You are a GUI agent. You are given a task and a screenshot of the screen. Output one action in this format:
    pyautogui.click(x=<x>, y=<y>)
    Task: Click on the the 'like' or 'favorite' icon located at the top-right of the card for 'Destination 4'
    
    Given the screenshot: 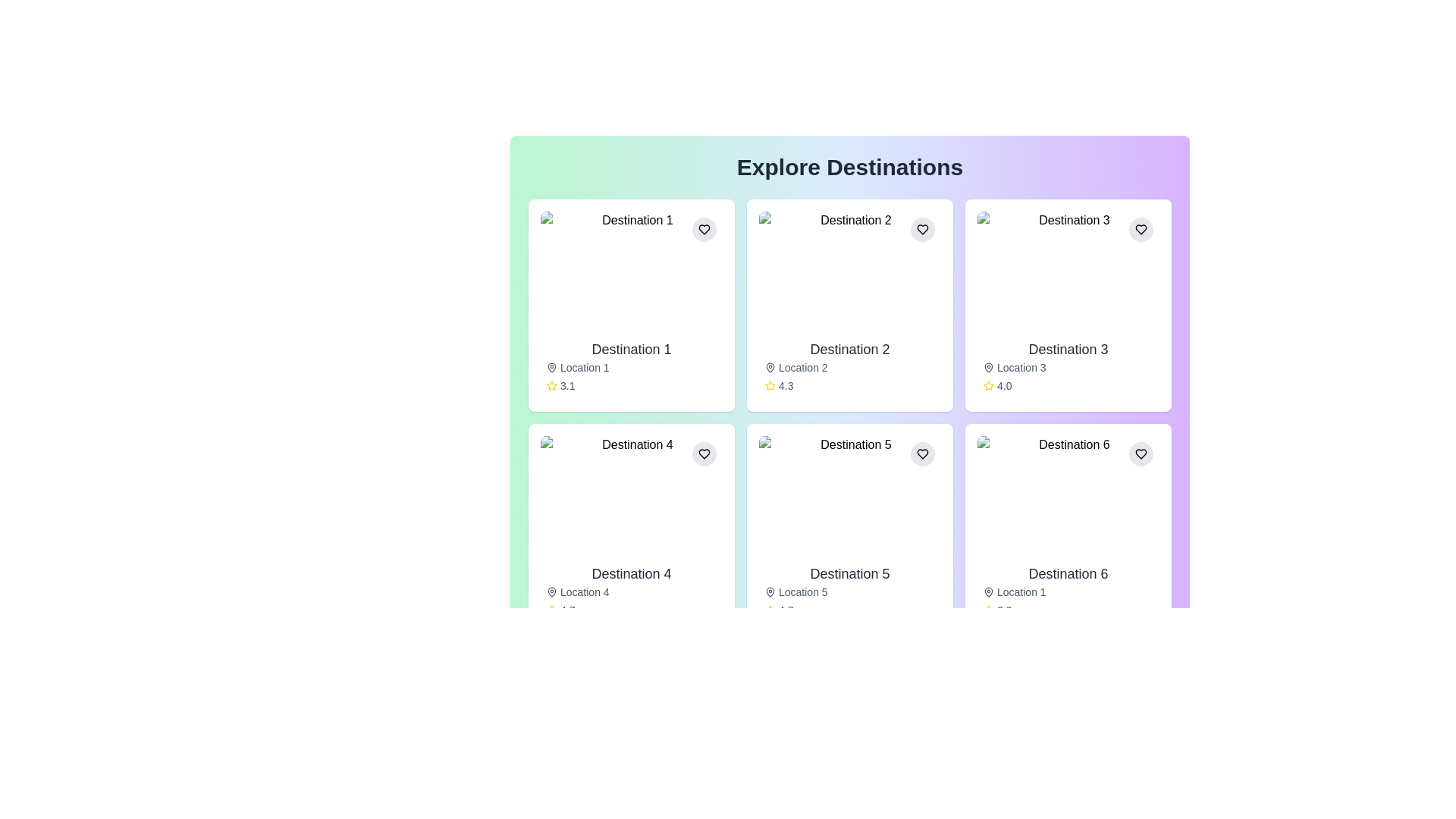 What is the action you would take?
    pyautogui.click(x=704, y=453)
    